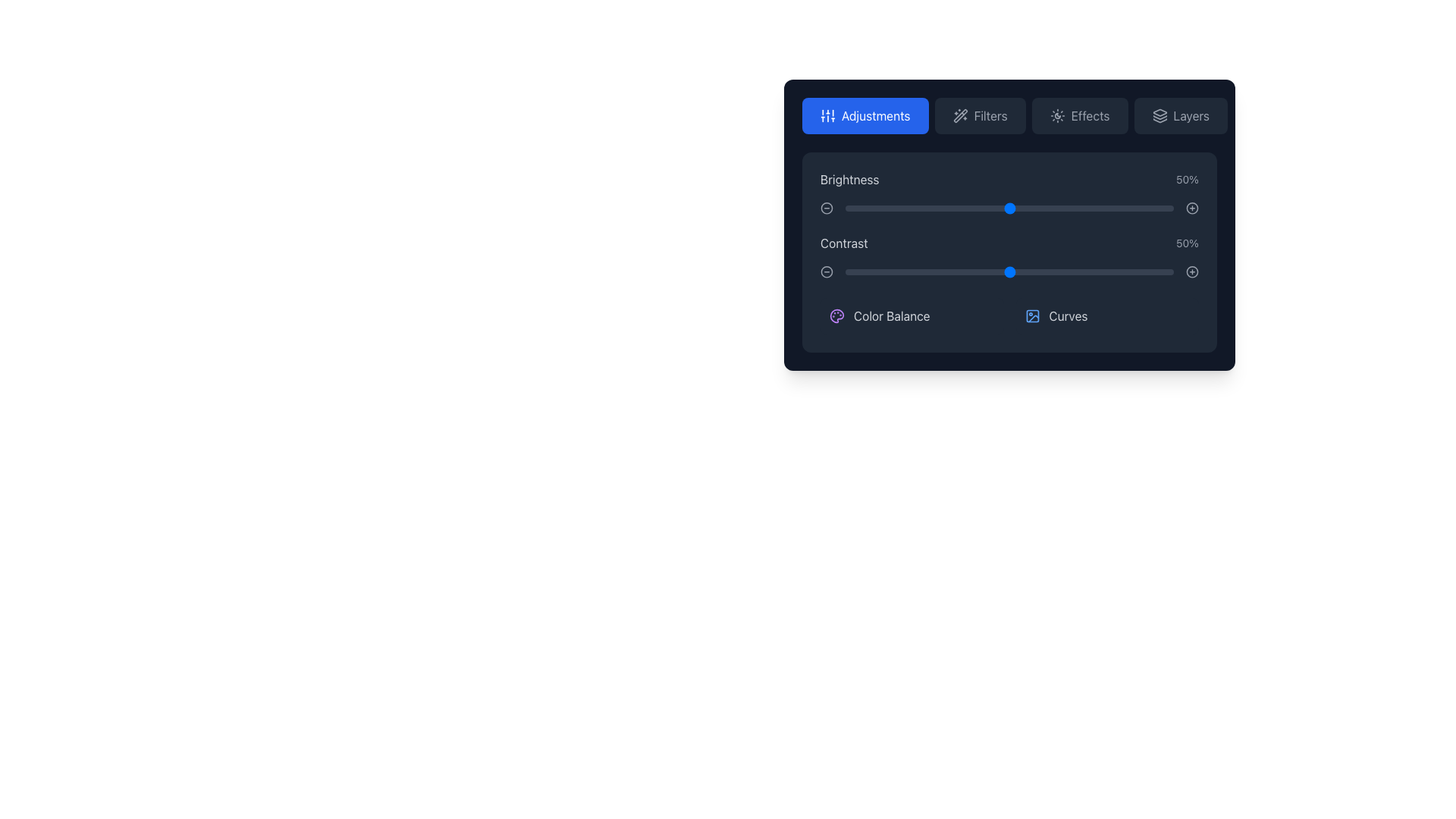 This screenshot has width=1456, height=819. I want to click on the 'Effects' label in the horizontal navigation menu, so click(1090, 115).